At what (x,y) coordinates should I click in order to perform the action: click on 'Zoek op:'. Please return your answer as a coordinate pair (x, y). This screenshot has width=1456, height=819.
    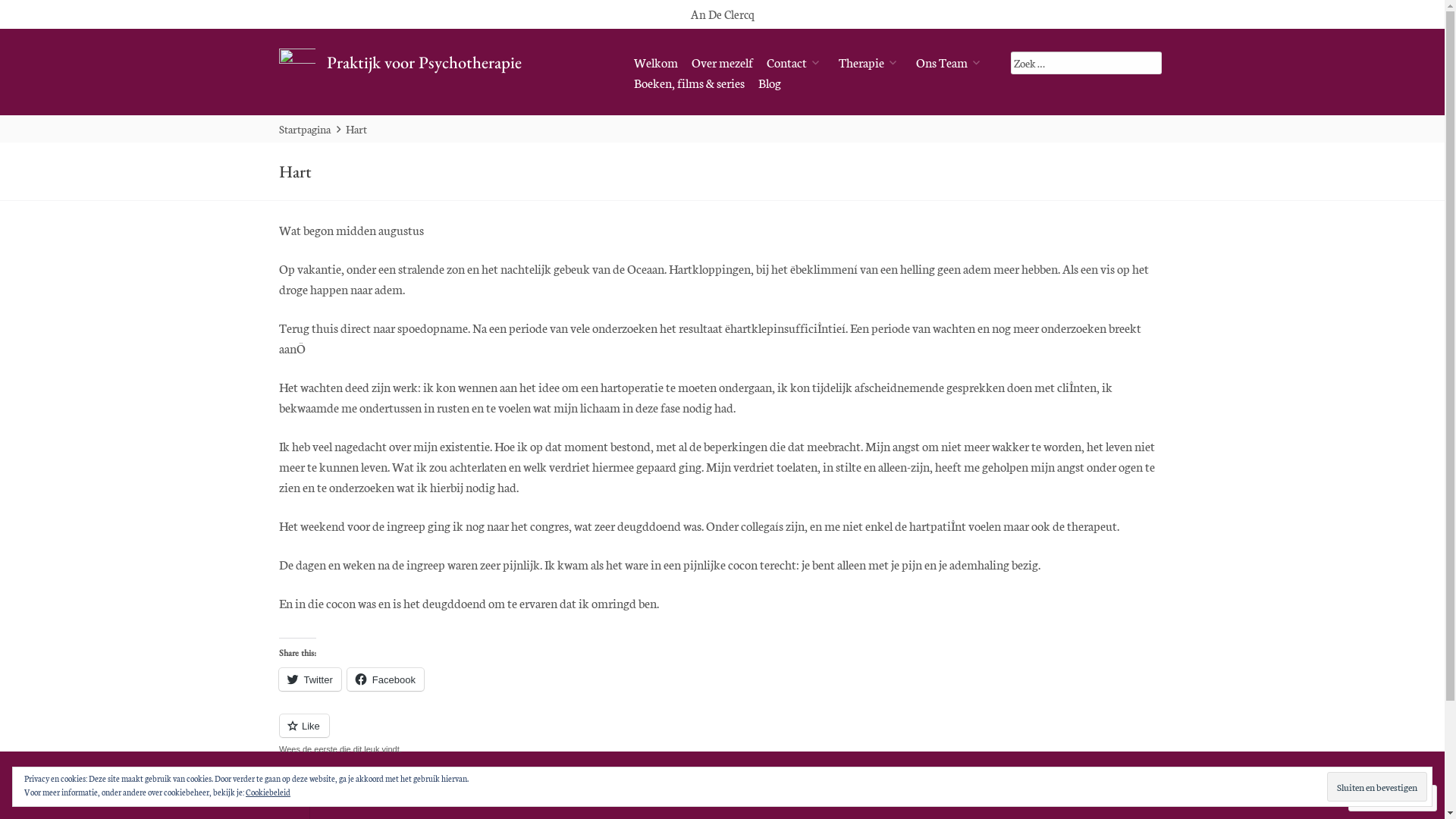
    Looking at the image, I should click on (1085, 62).